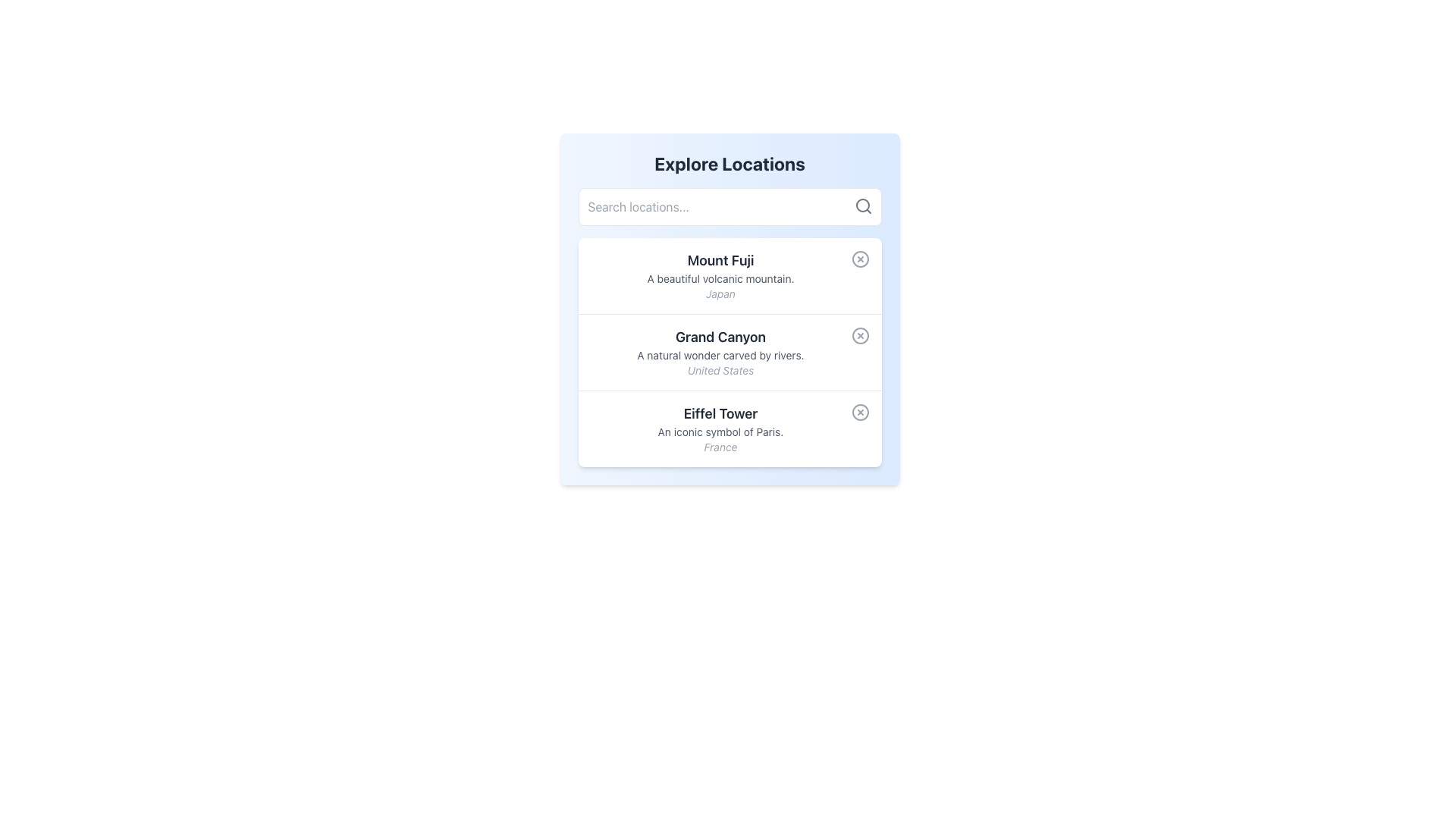 The image size is (1456, 819). What do you see at coordinates (863, 206) in the screenshot?
I see `the search button icon located on the right side of the search input field to initiate the search action` at bounding box center [863, 206].